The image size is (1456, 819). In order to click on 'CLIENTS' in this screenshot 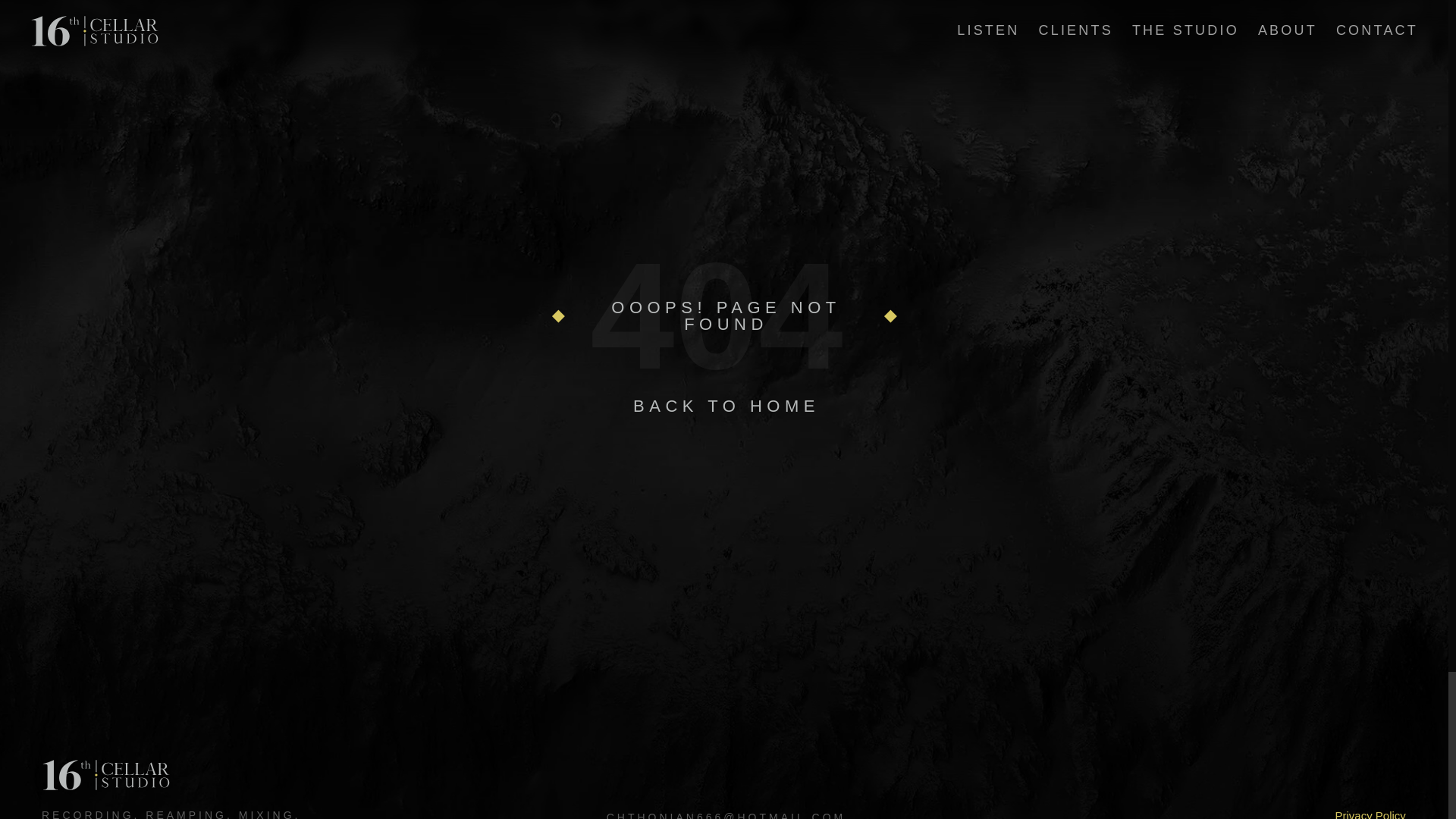, I will do `click(1074, 30)`.